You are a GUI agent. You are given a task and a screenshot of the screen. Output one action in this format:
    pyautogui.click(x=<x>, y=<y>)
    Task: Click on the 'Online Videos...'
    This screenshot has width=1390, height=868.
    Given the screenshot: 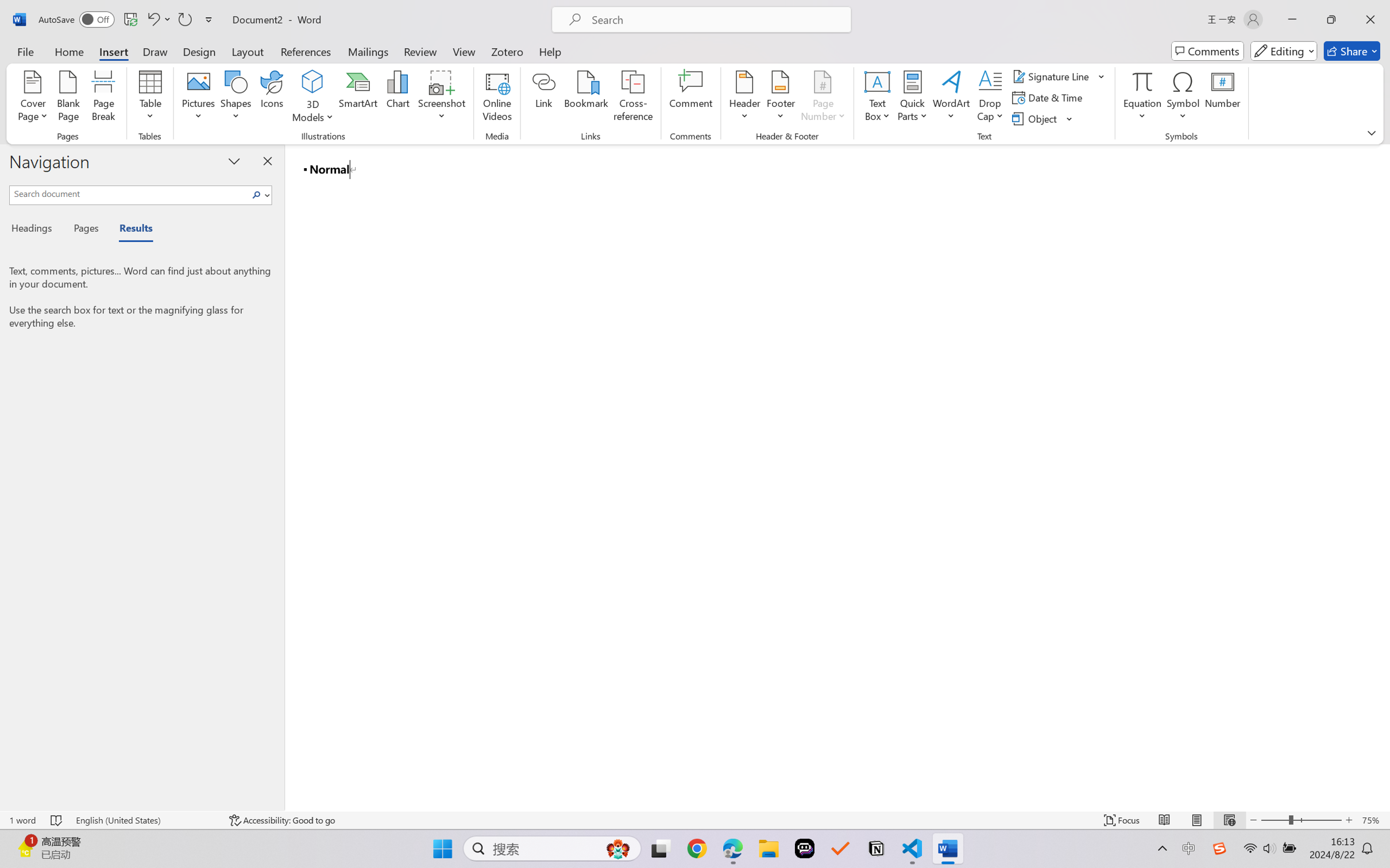 What is the action you would take?
    pyautogui.click(x=497, y=98)
    